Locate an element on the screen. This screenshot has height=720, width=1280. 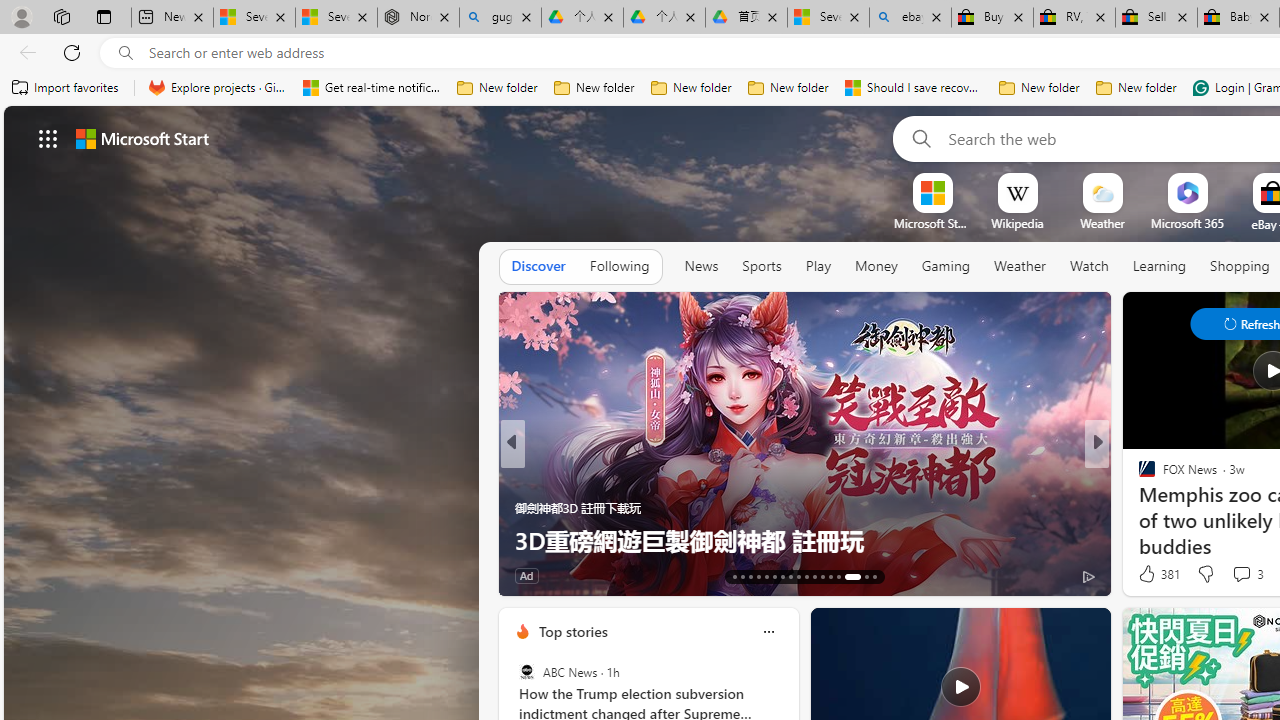
'AutomationID: waffle' is located at coordinates (48, 137).